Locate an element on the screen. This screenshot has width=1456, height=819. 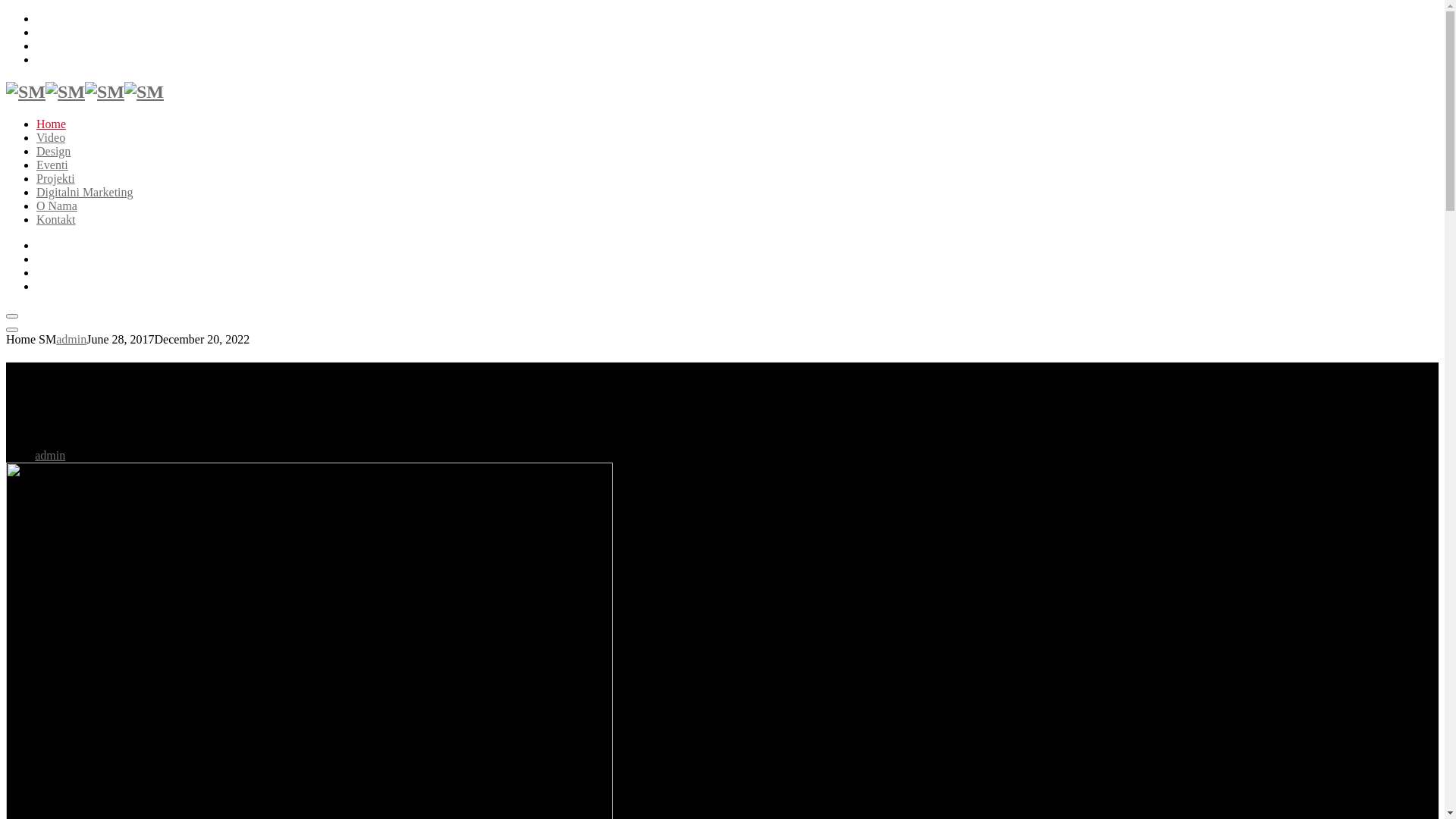
'admin' is located at coordinates (50, 454).